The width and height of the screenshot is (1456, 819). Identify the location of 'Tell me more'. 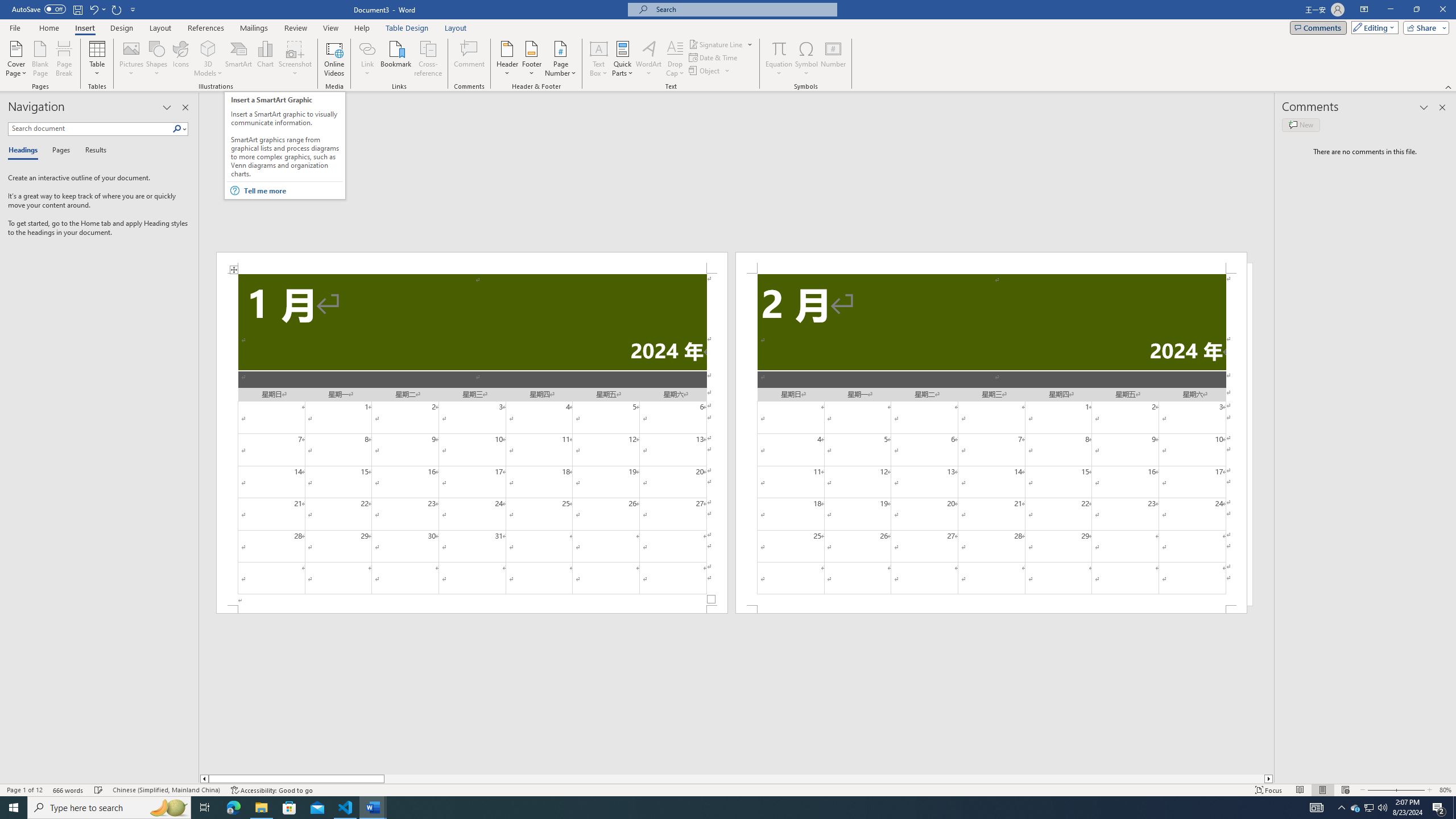
(292, 190).